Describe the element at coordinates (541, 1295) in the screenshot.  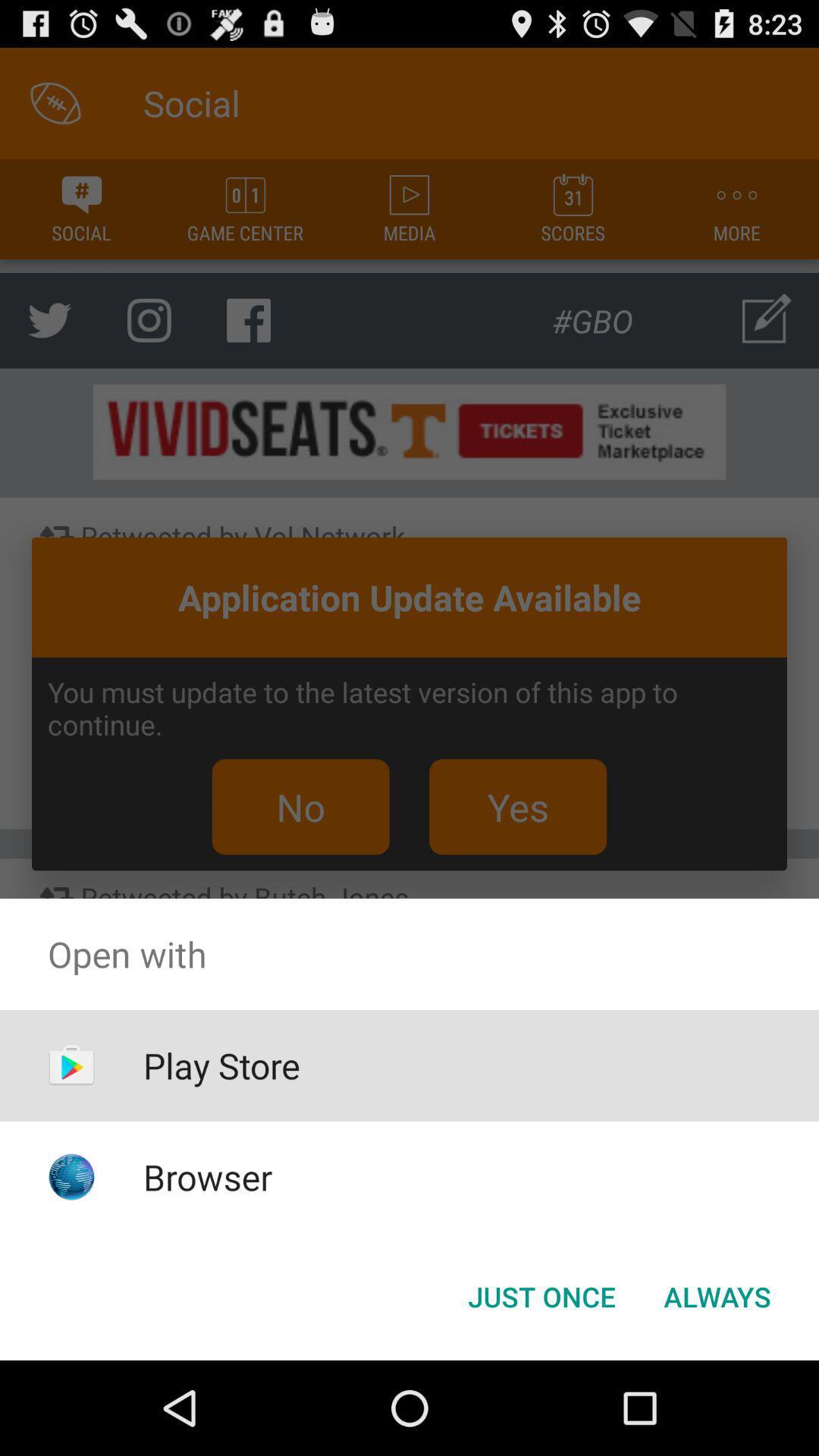
I see `button next to always item` at that location.